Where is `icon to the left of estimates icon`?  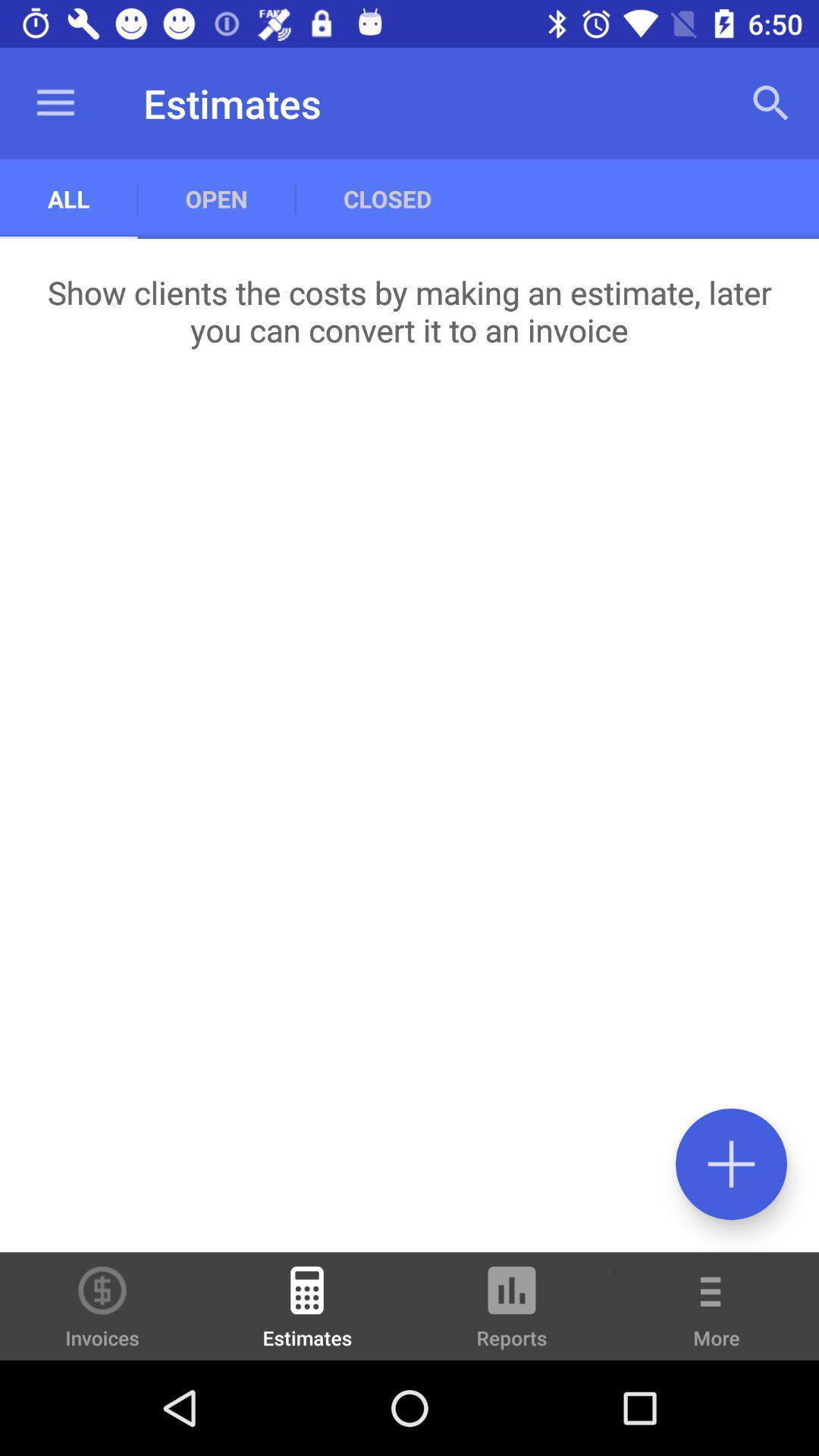 icon to the left of estimates icon is located at coordinates (102, 1305).